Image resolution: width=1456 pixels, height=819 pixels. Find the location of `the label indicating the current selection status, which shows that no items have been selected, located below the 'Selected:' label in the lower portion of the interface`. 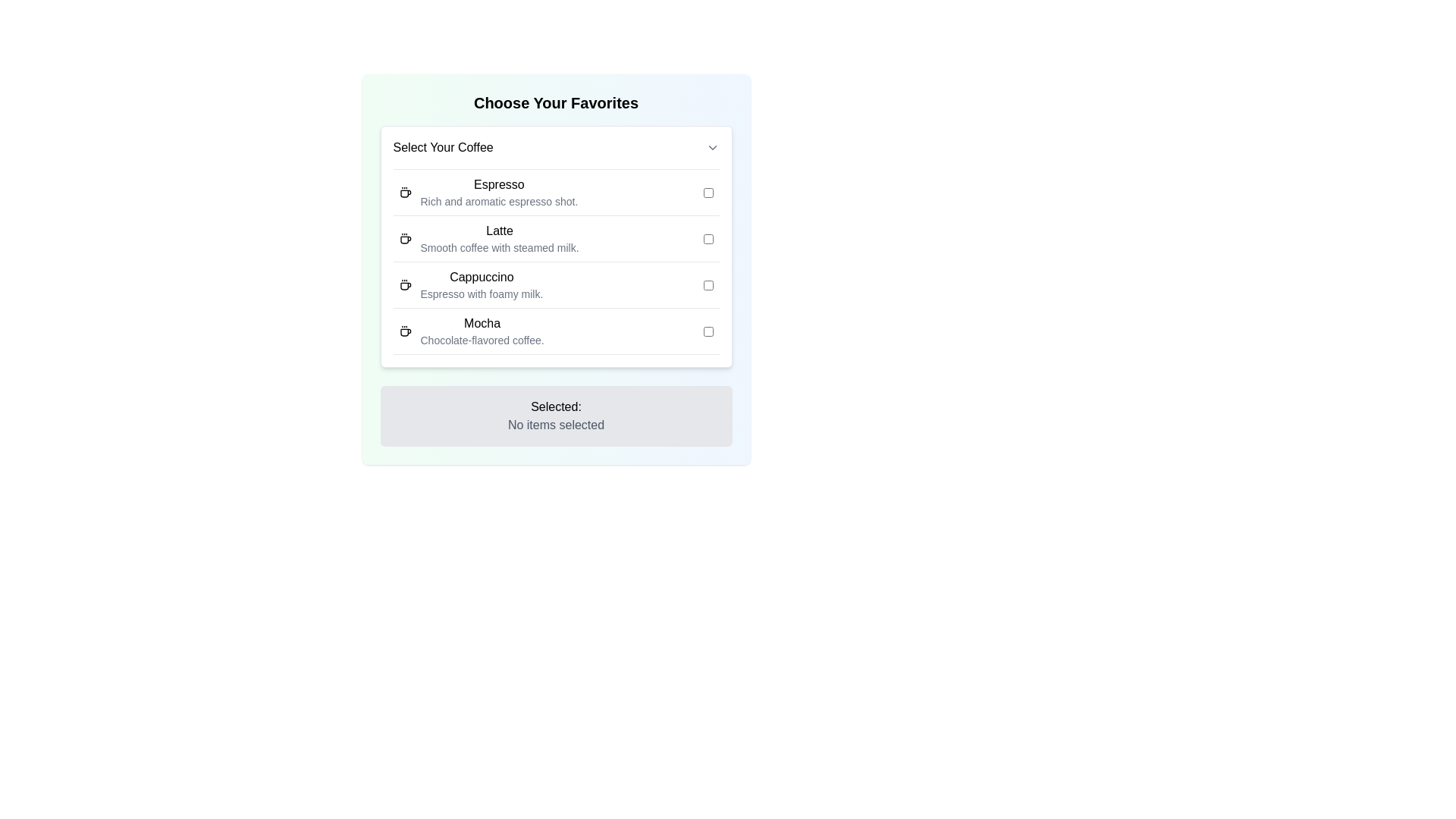

the label indicating the current selection status, which shows that no items have been selected, located below the 'Selected:' label in the lower portion of the interface is located at coordinates (555, 425).